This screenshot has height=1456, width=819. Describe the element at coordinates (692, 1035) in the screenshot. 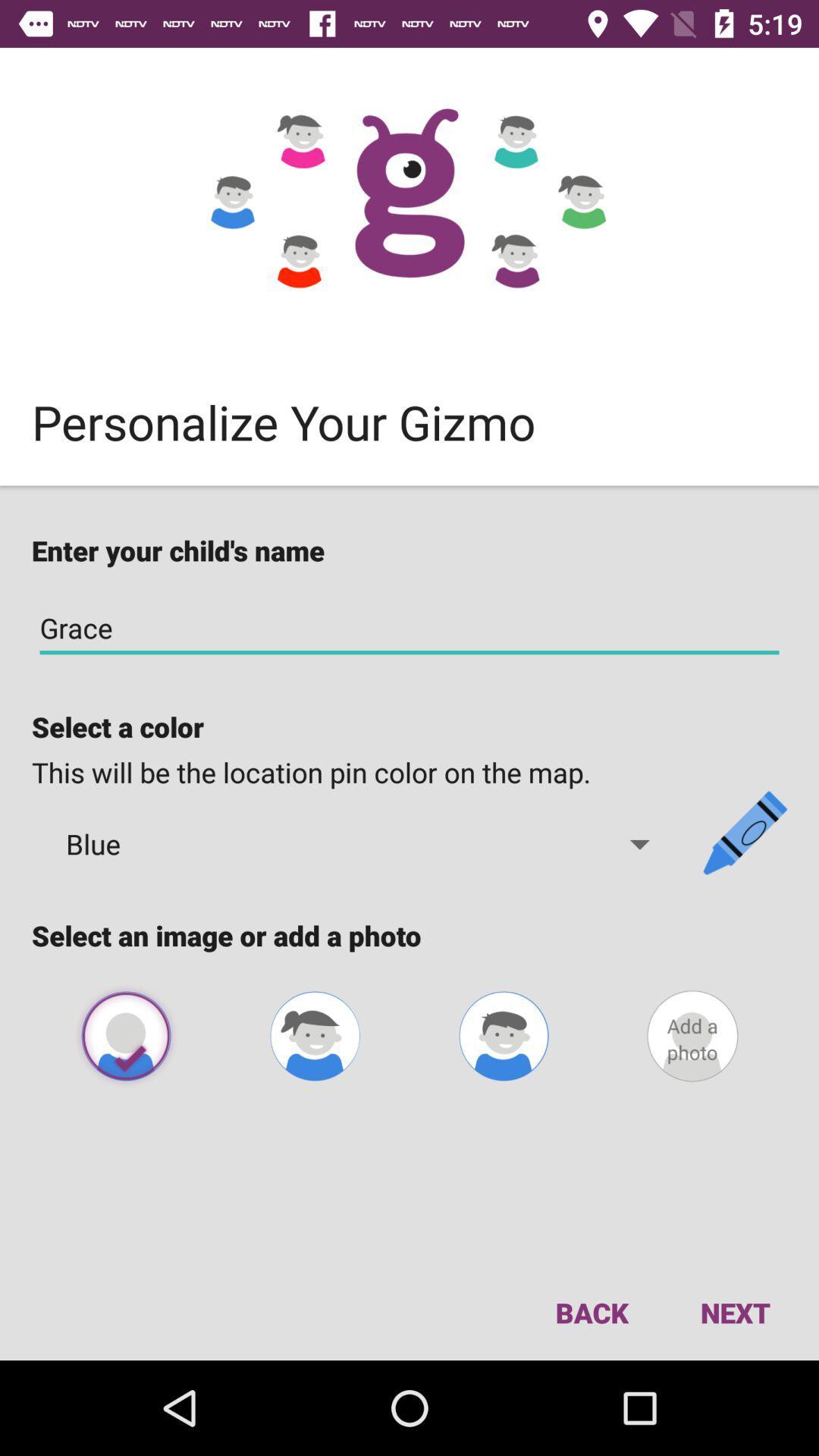

I see `profile photo` at that location.